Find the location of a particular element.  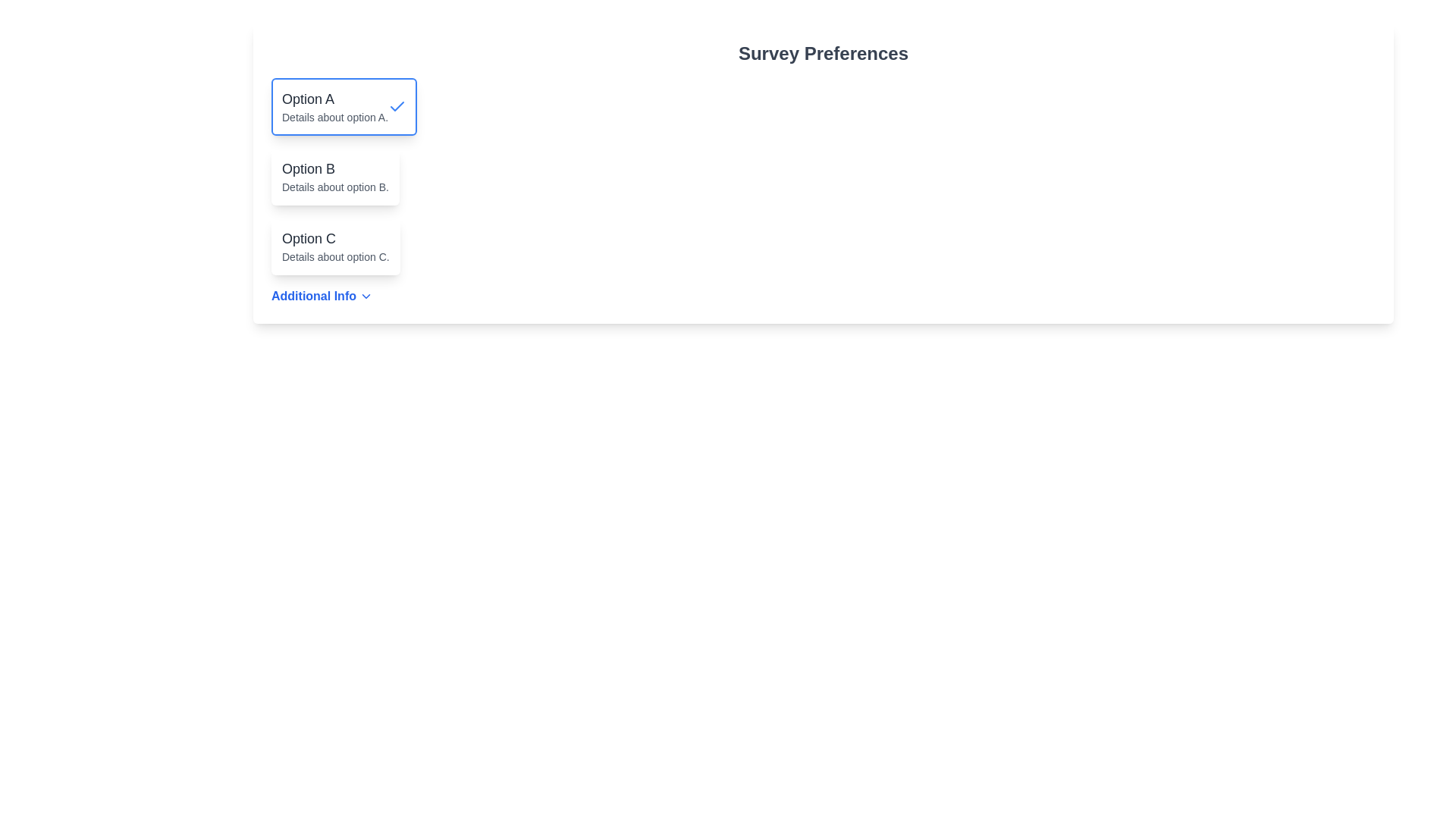

the Informational Text Block that provides information about 'Option B', which is the second item in a vertical list of options is located at coordinates (334, 175).